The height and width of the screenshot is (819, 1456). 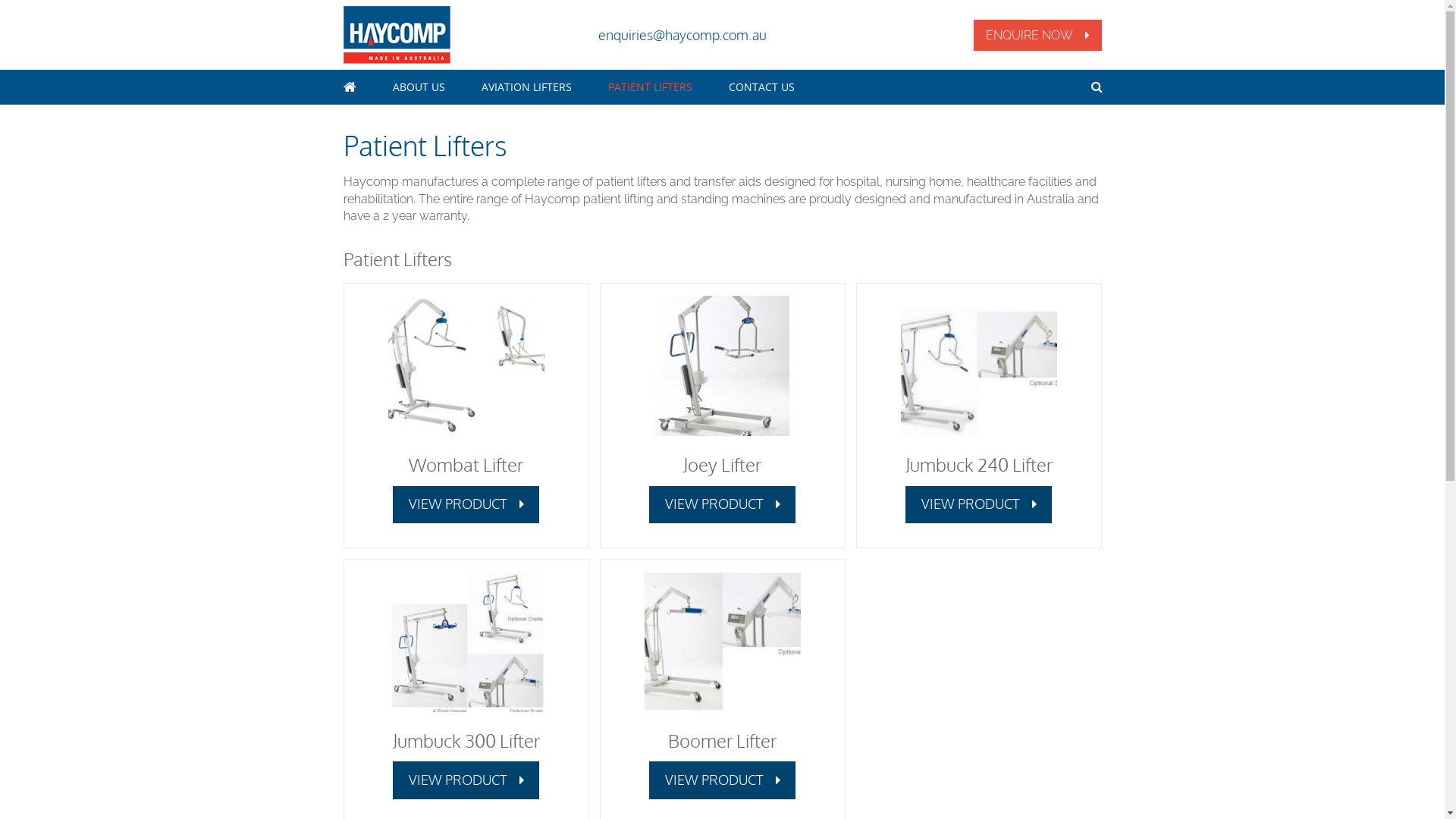 What do you see at coordinates (1037, 34) in the screenshot?
I see `'ENQUIRE NOW'` at bounding box center [1037, 34].